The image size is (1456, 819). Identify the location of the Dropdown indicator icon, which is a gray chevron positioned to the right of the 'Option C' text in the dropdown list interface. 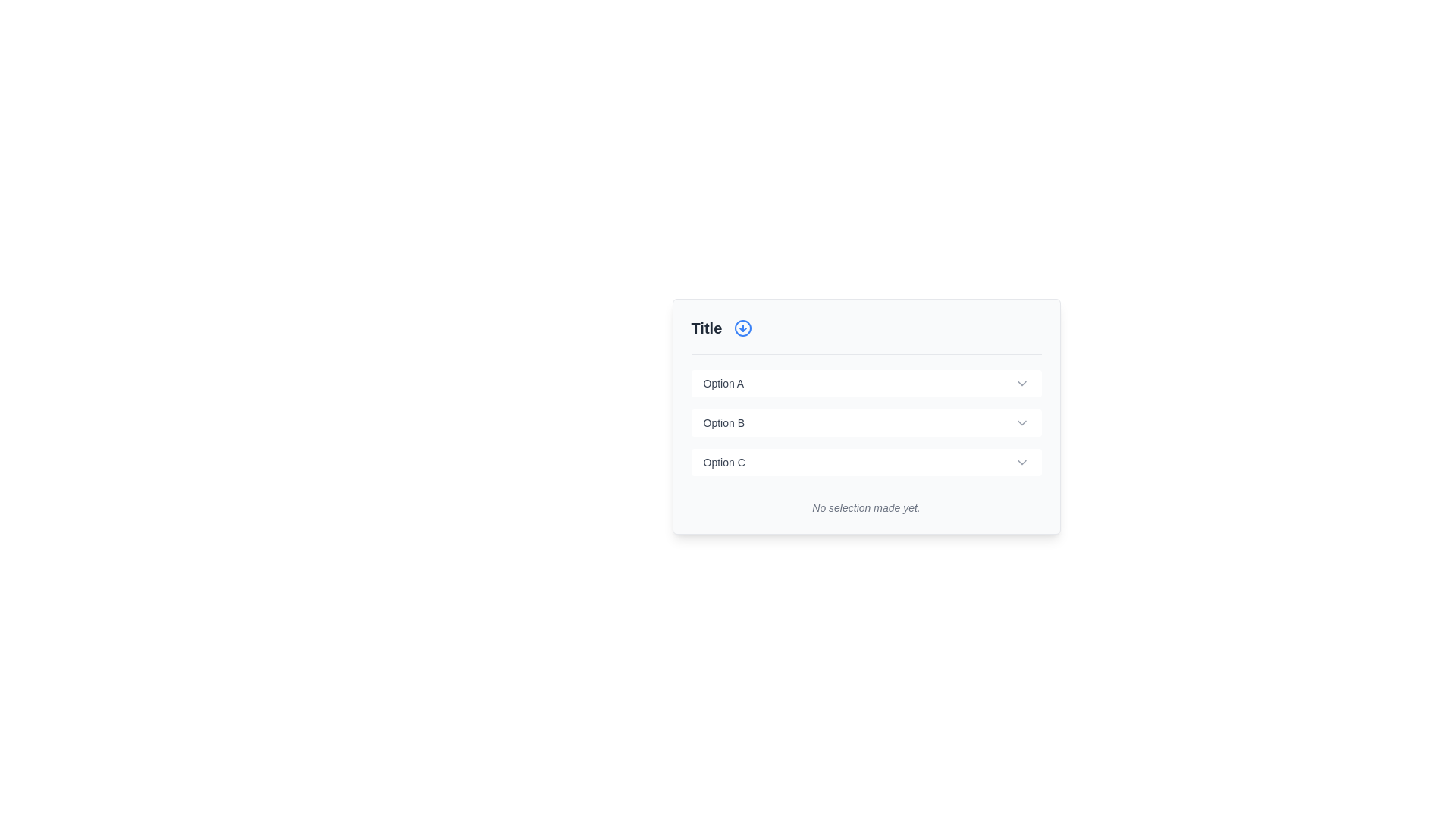
(1021, 461).